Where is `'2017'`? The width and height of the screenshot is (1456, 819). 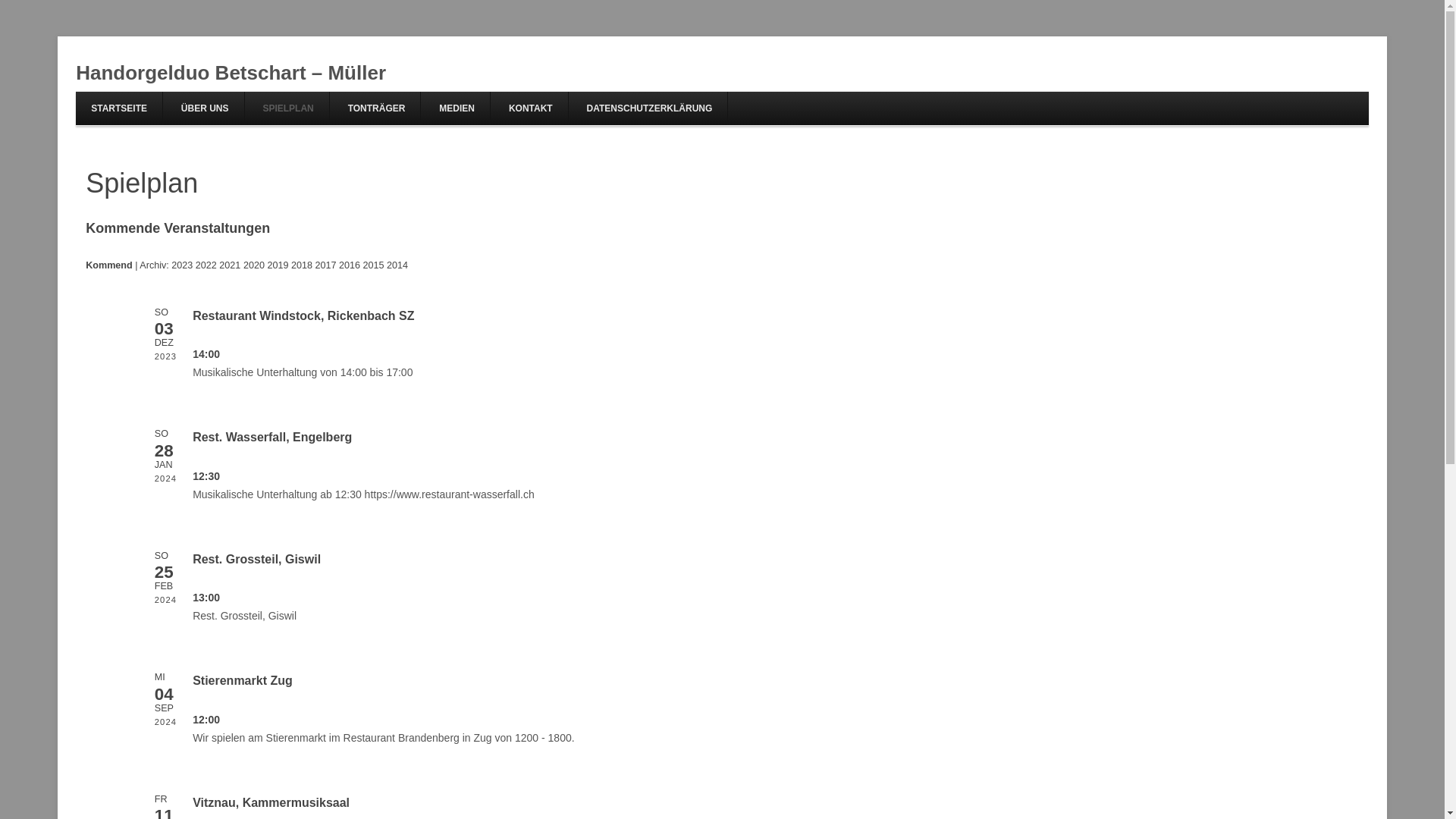 '2017' is located at coordinates (324, 265).